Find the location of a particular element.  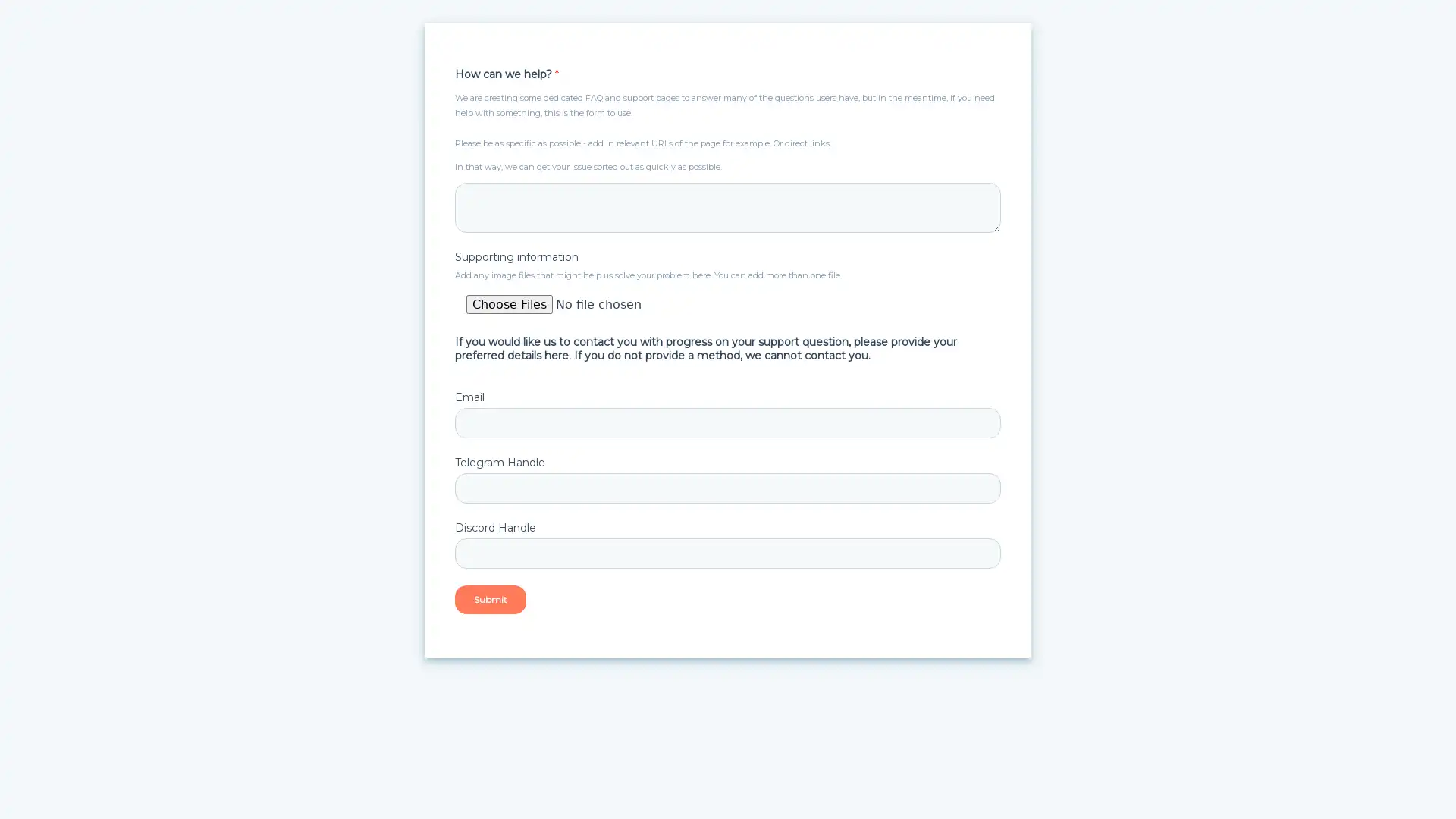

Choose Files is located at coordinates (510, 455).